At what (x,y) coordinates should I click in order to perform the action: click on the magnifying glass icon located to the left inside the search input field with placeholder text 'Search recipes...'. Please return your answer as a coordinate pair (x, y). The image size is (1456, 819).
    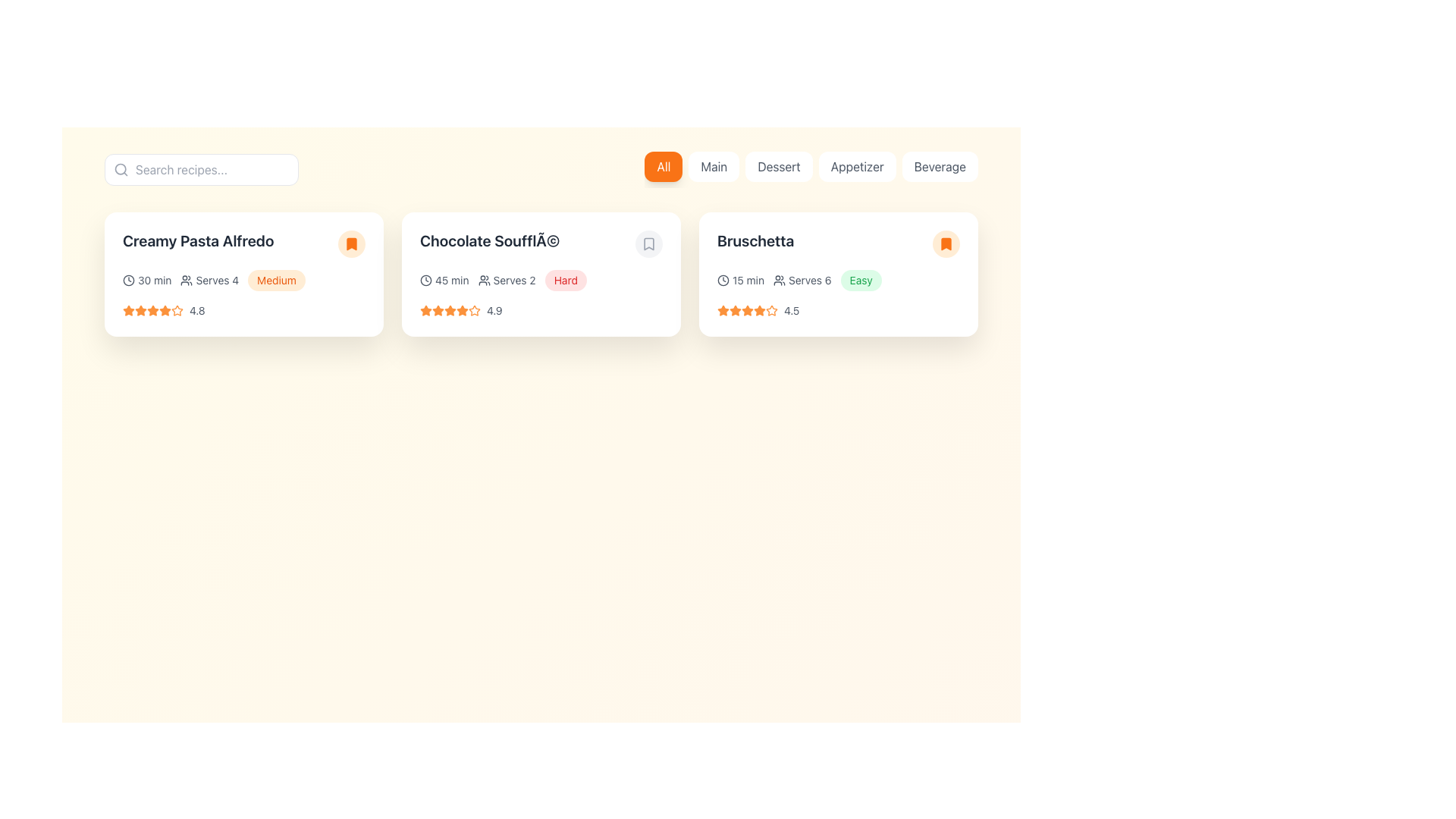
    Looking at the image, I should click on (120, 169).